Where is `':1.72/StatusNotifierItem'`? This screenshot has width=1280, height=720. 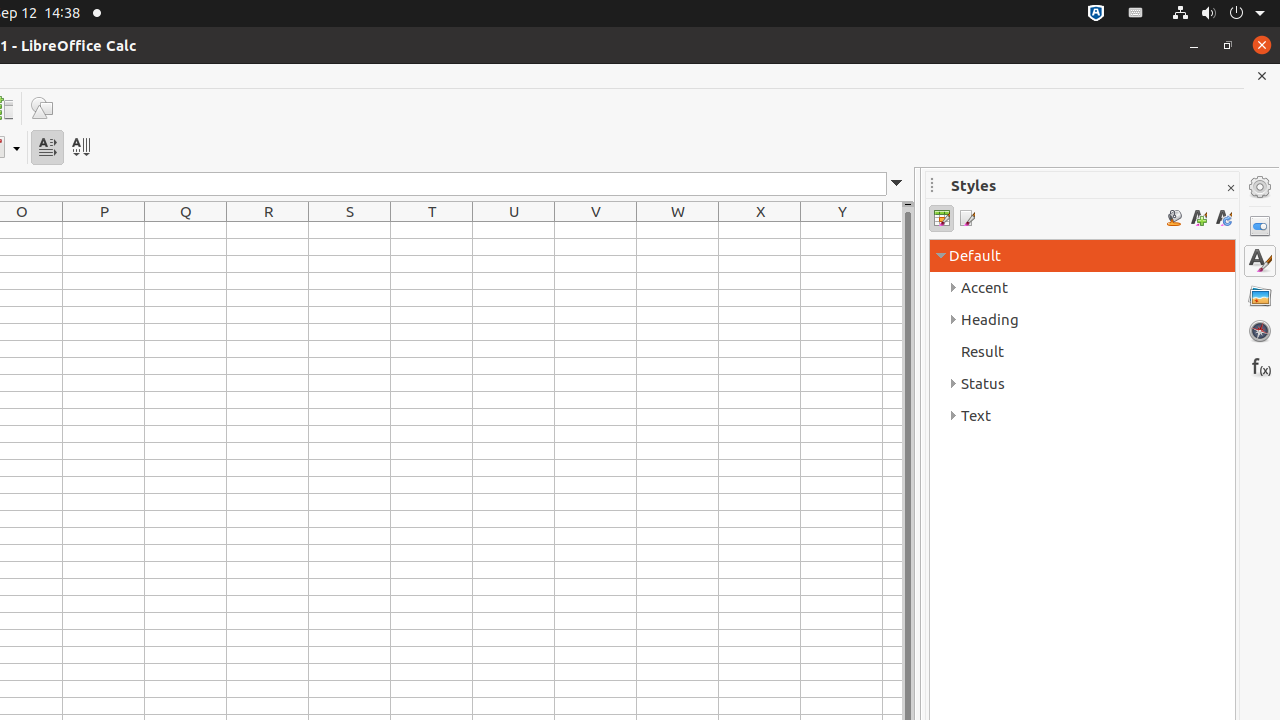 ':1.72/StatusNotifierItem' is located at coordinates (1094, 13).